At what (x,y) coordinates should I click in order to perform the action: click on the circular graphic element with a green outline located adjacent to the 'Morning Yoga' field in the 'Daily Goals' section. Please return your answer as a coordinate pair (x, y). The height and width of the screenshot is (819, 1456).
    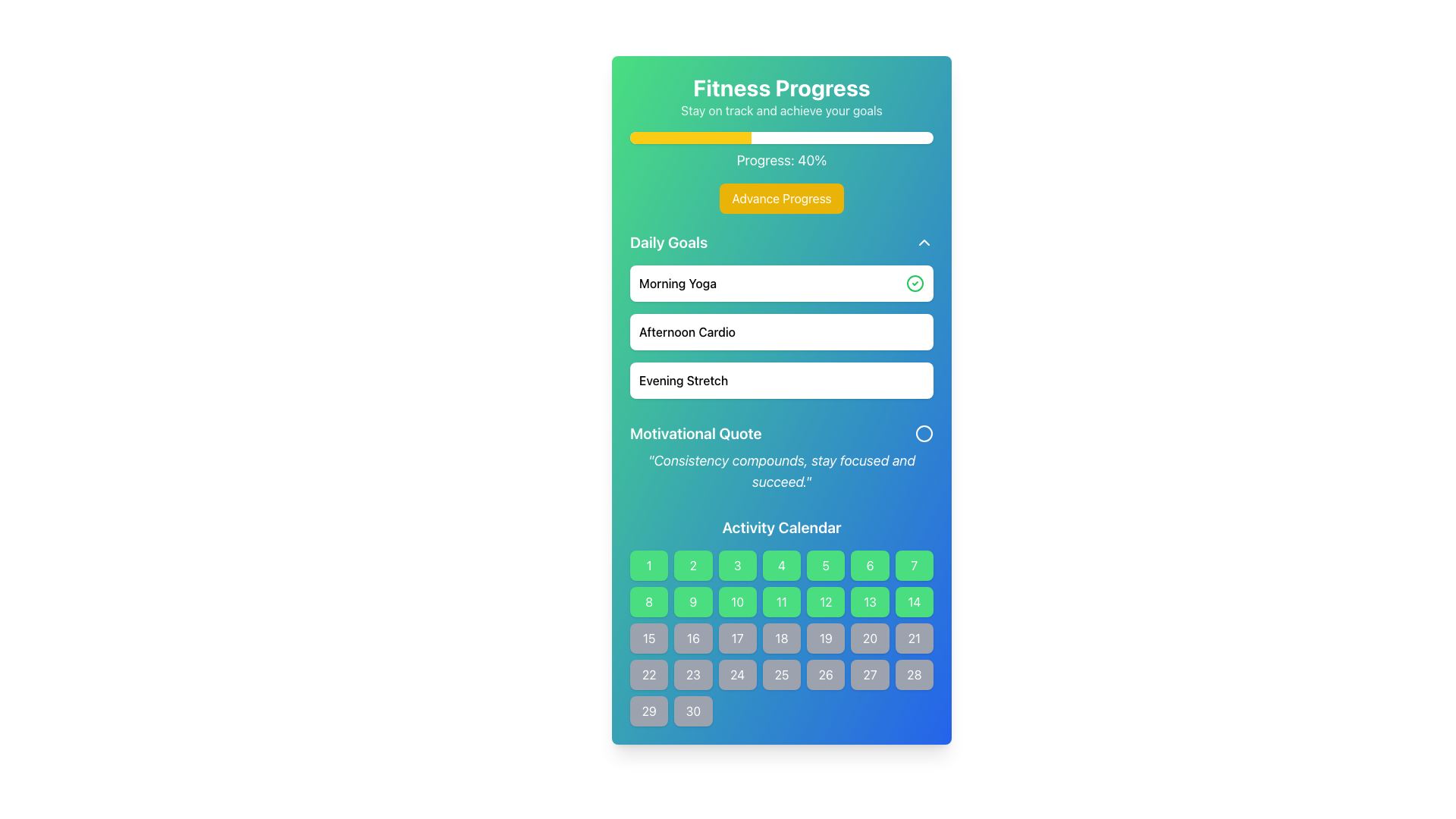
    Looking at the image, I should click on (914, 284).